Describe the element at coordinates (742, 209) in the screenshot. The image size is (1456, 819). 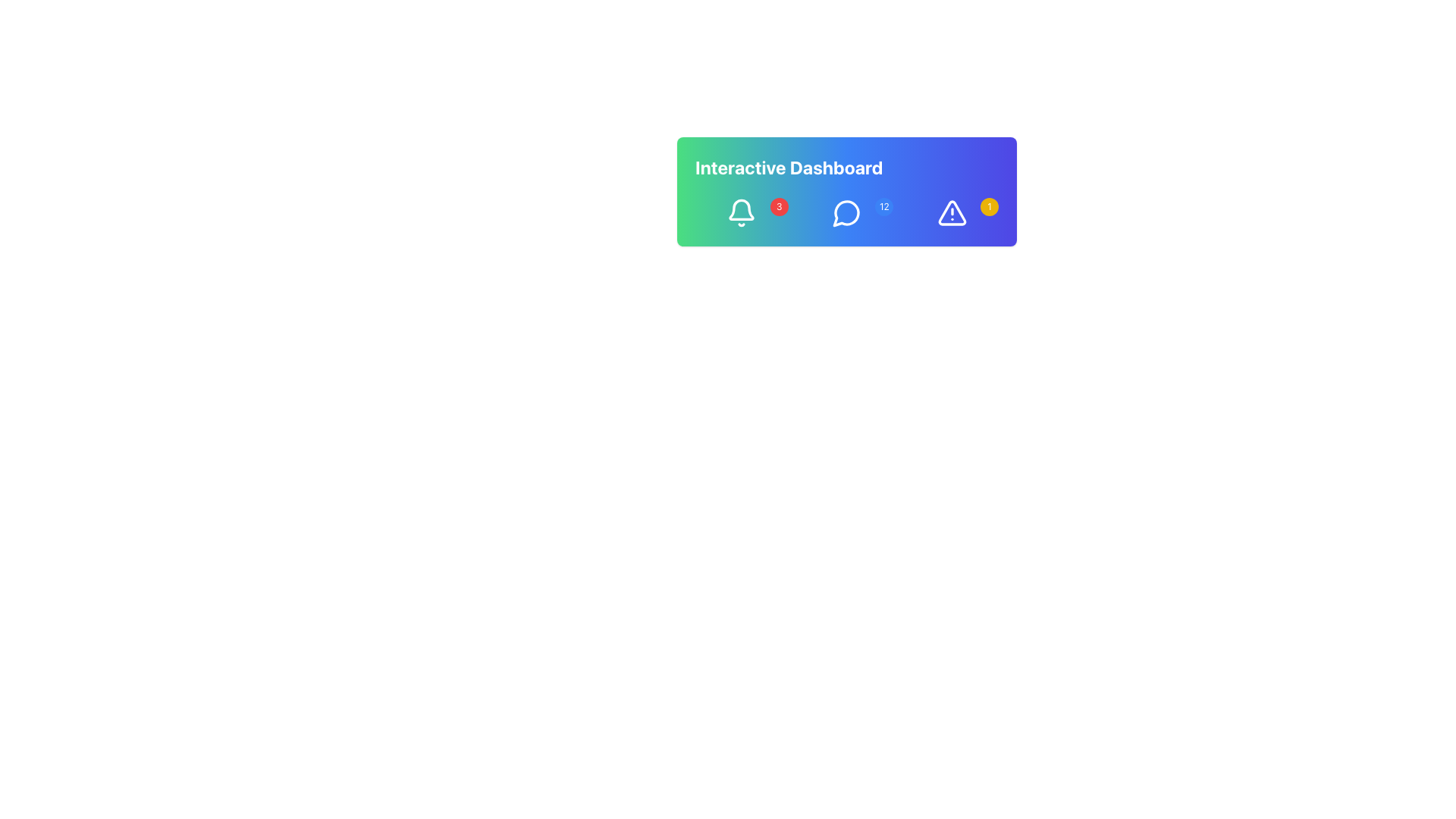
I see `the bell icon located in the first position from the left in the blue to green gradient header bar labeled 'Interactive Dashboard'` at that location.